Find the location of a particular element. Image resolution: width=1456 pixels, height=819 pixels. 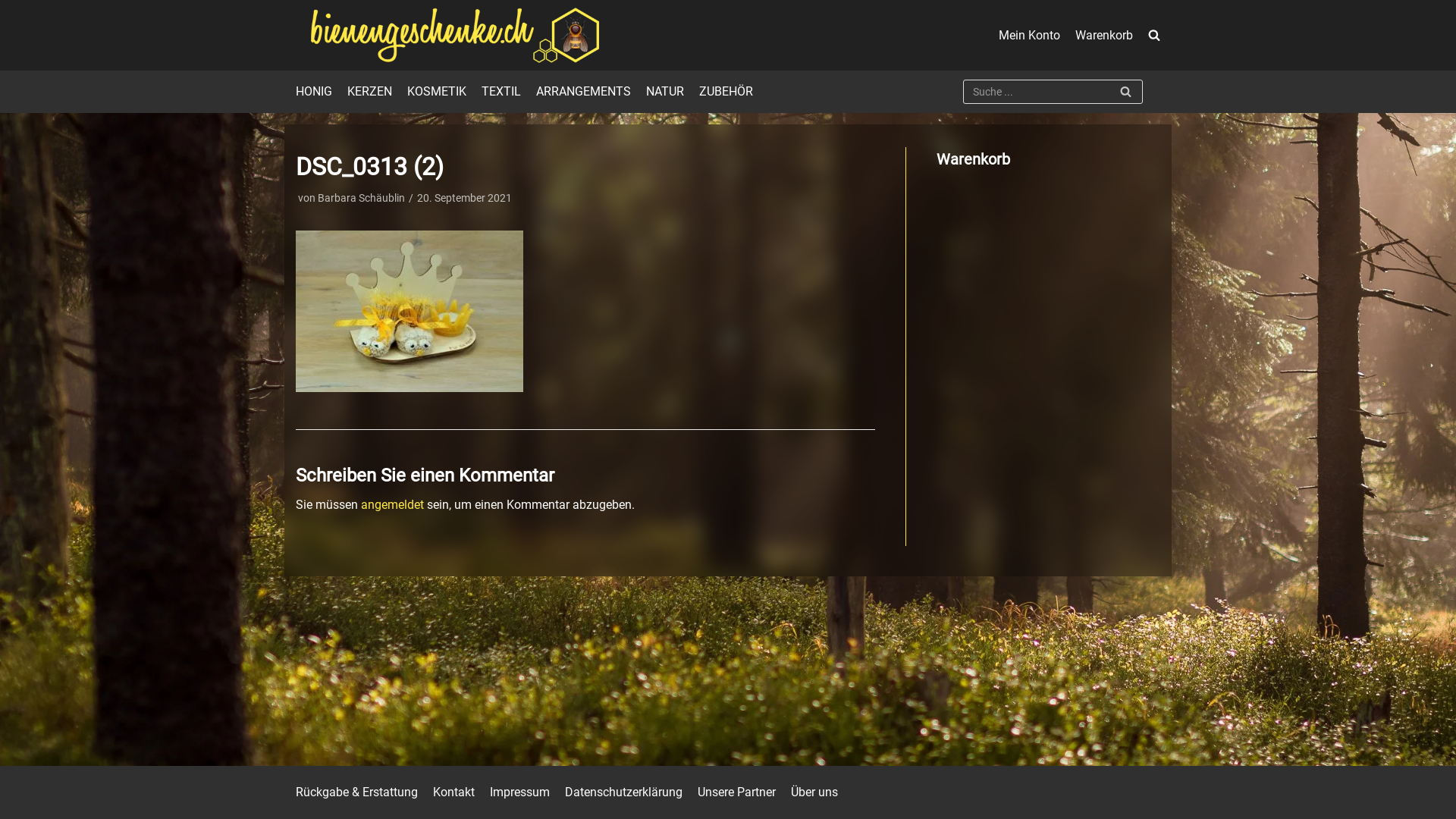

'angemeldet' is located at coordinates (392, 504).